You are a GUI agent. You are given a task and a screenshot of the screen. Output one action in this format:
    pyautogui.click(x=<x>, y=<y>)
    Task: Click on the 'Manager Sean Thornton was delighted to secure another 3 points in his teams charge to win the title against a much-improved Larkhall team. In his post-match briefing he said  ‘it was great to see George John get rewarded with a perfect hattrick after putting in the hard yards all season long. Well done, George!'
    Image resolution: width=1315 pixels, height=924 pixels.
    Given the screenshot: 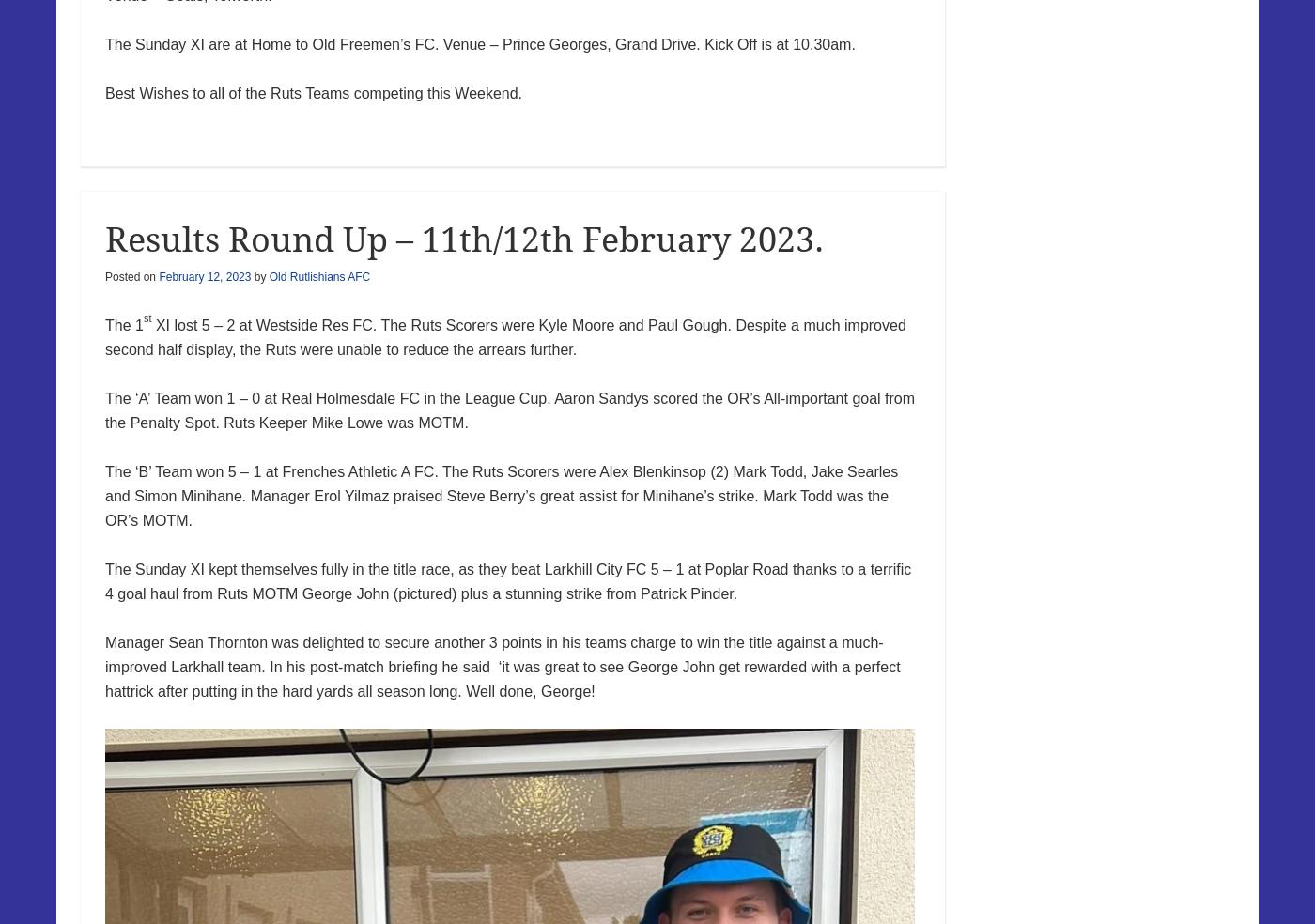 What is the action you would take?
    pyautogui.click(x=105, y=666)
    